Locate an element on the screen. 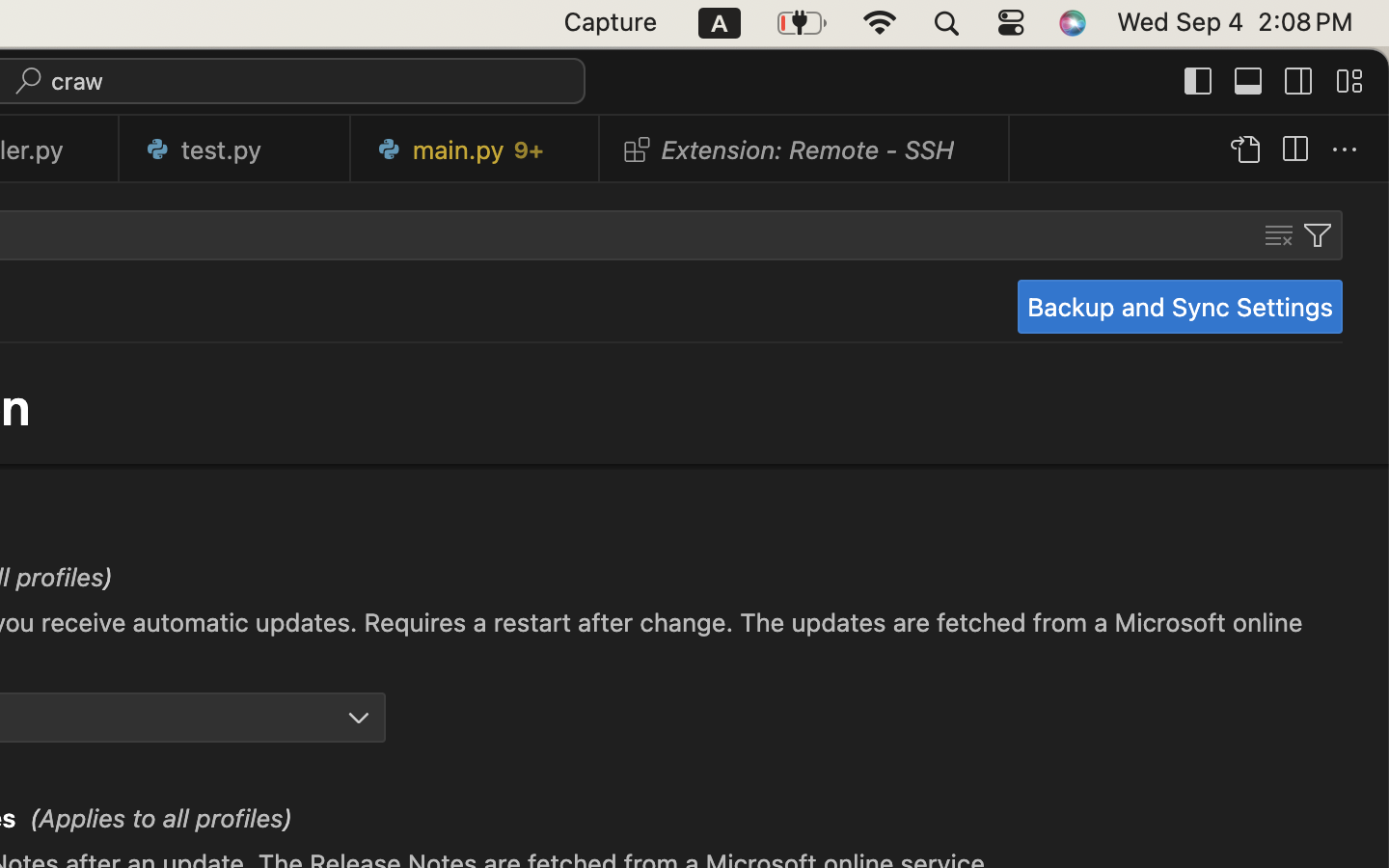  '' is located at coordinates (1297, 79).